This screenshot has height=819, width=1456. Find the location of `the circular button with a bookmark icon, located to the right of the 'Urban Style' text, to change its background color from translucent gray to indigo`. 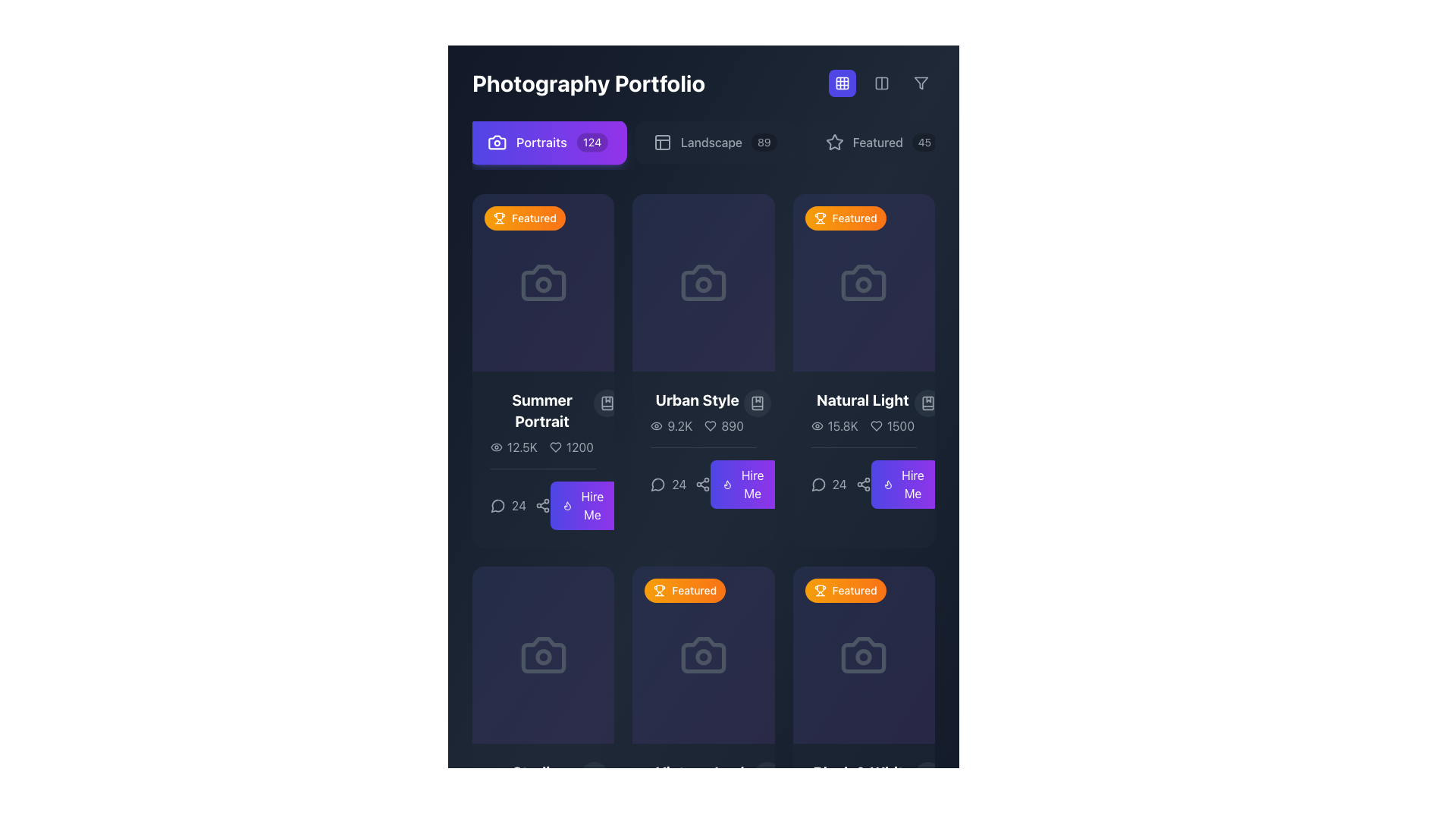

the circular button with a bookmark icon, located to the right of the 'Urban Style' text, to change its background color from translucent gray to indigo is located at coordinates (757, 403).